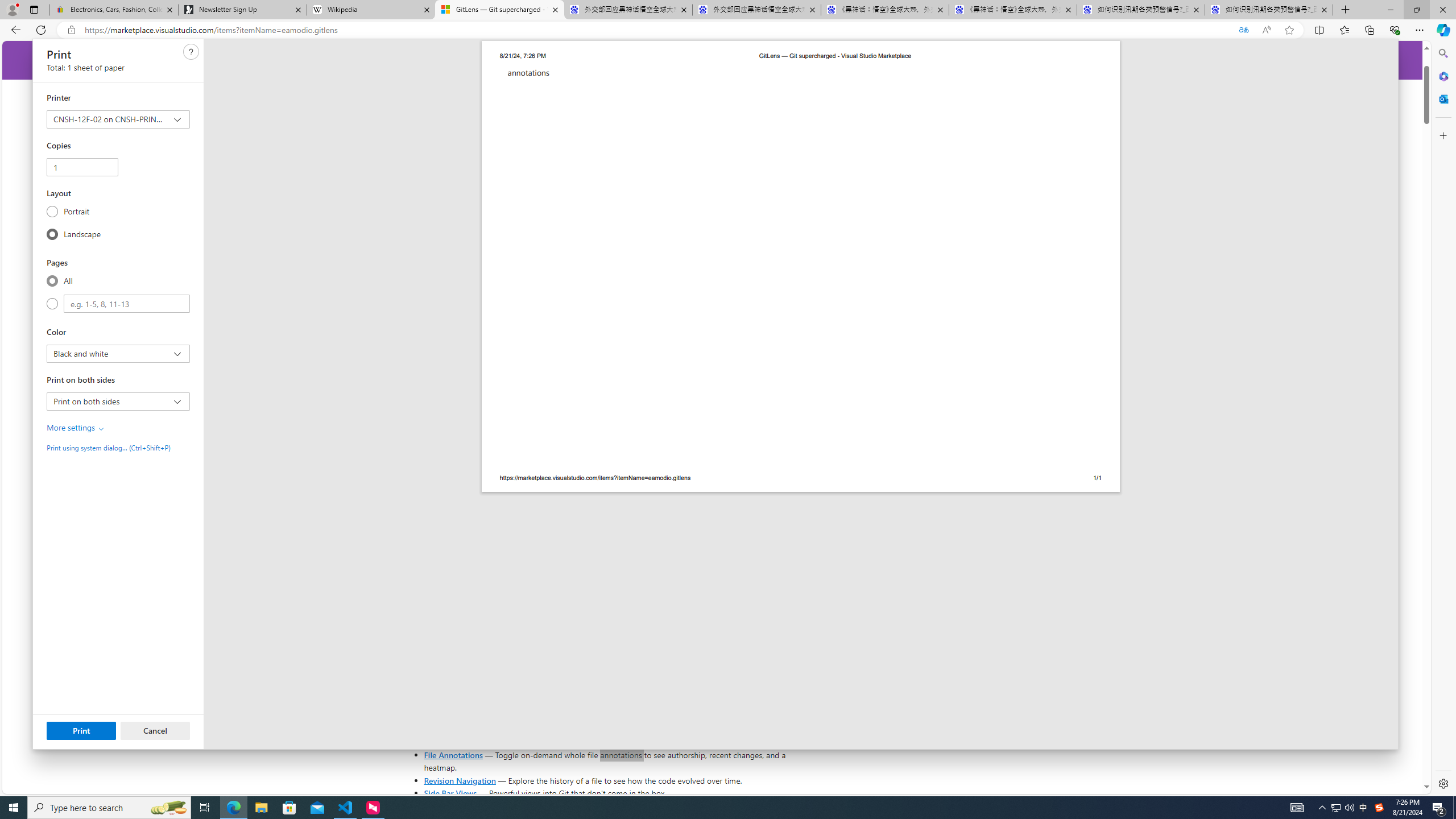 The height and width of the screenshot is (819, 1456). I want to click on 'Copies', so click(81, 166).